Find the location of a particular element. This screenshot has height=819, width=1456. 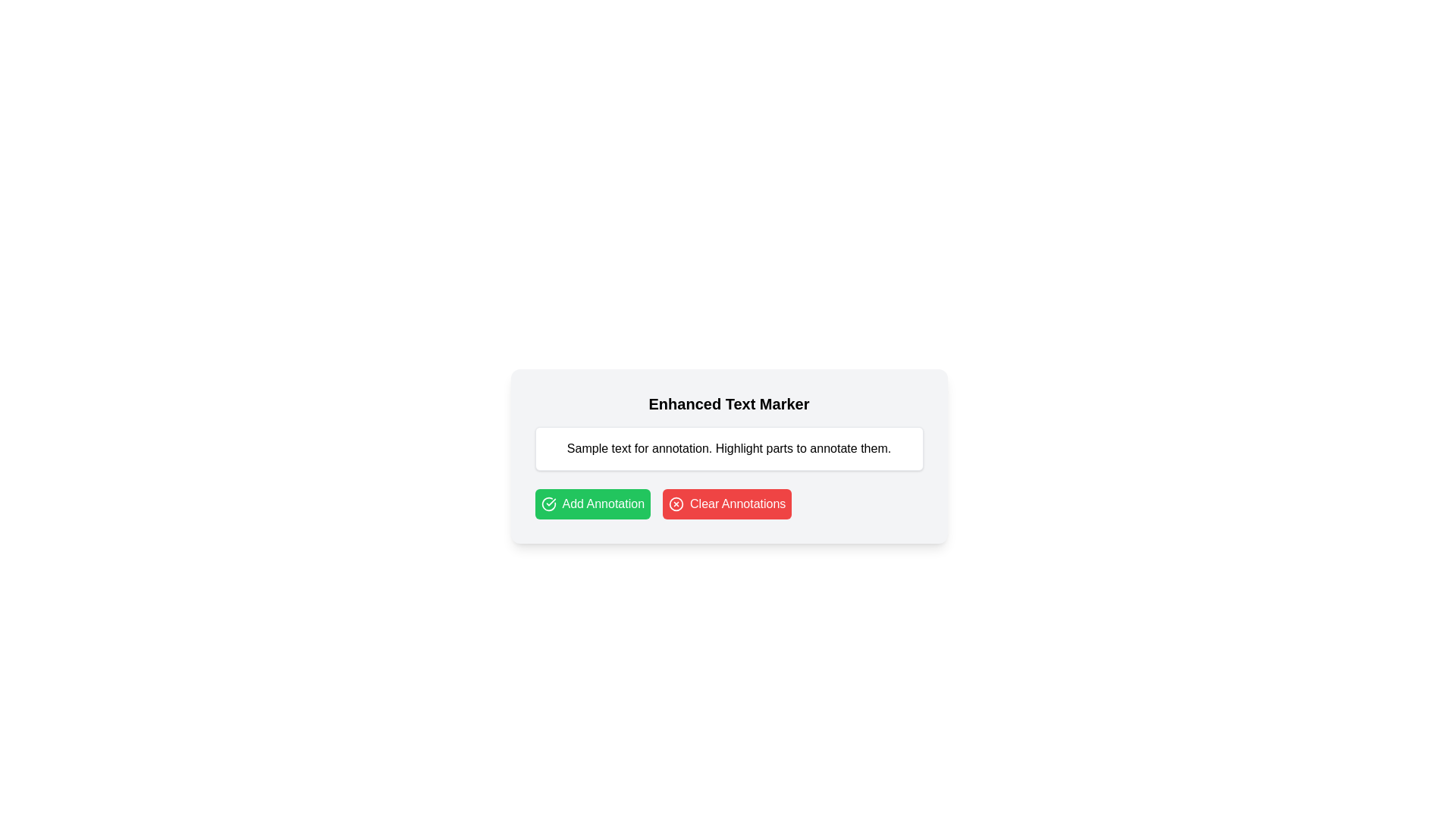

the letter 'm' in the text 'Sample text for annotation' located in the middle of the interface is located at coordinates (586, 447).